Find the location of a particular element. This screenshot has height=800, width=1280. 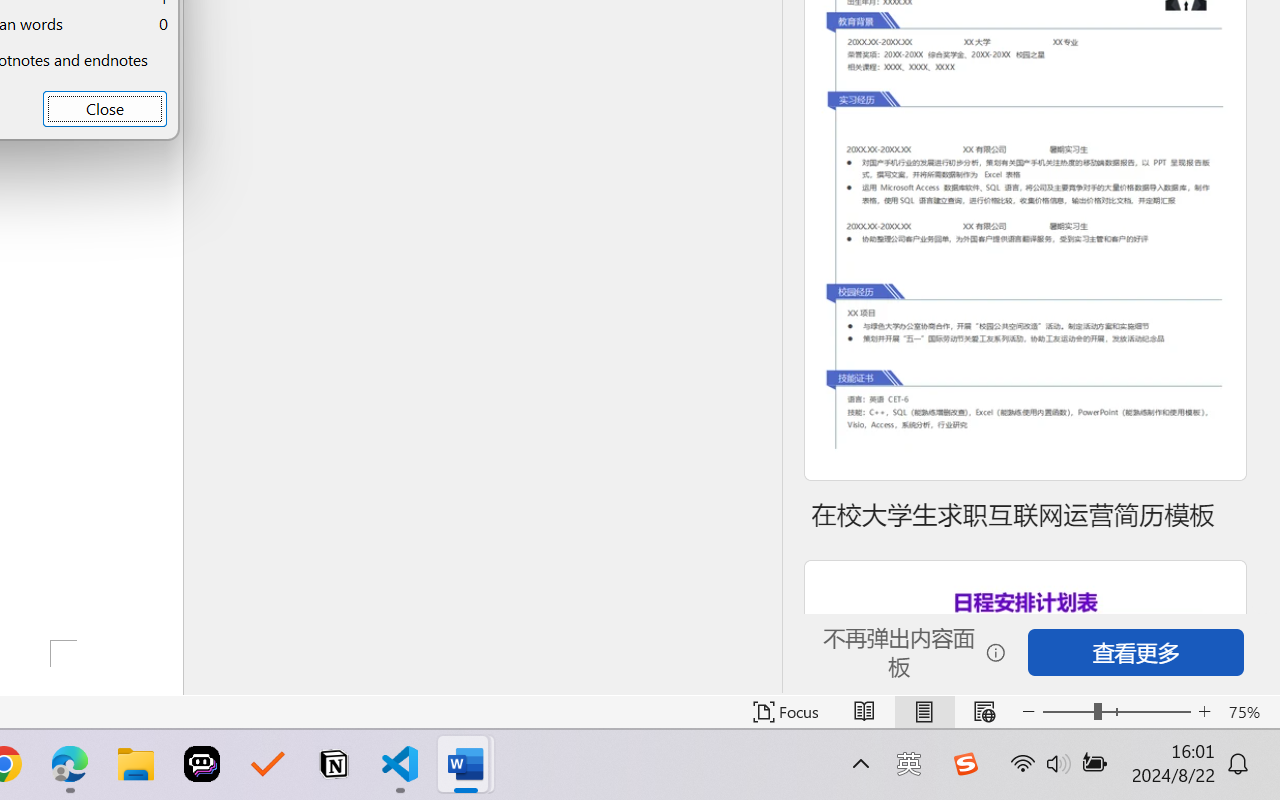

'Zoom In' is located at coordinates (1204, 711).